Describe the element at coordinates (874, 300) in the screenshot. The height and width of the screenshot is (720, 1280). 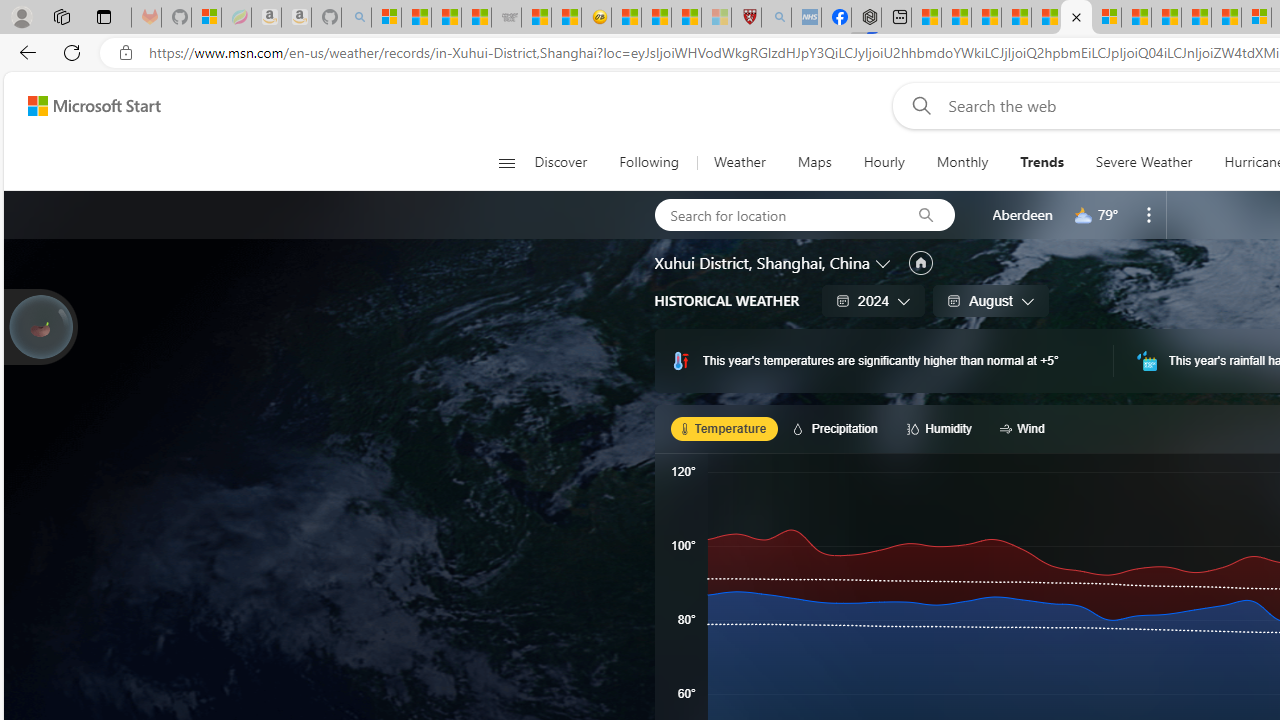
I see `'2024'` at that location.